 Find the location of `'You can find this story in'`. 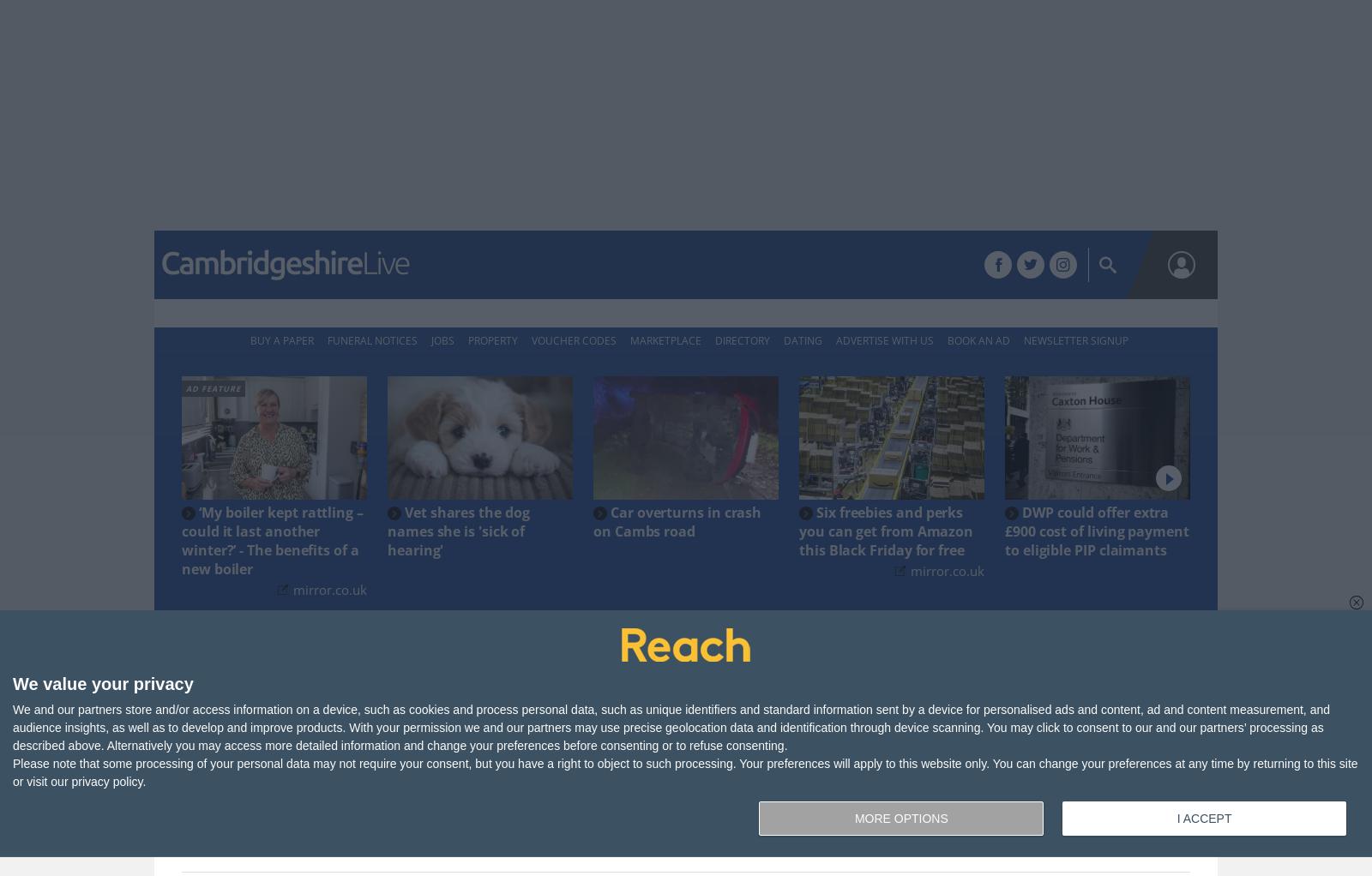

'You can find this story in' is located at coordinates (631, 765).